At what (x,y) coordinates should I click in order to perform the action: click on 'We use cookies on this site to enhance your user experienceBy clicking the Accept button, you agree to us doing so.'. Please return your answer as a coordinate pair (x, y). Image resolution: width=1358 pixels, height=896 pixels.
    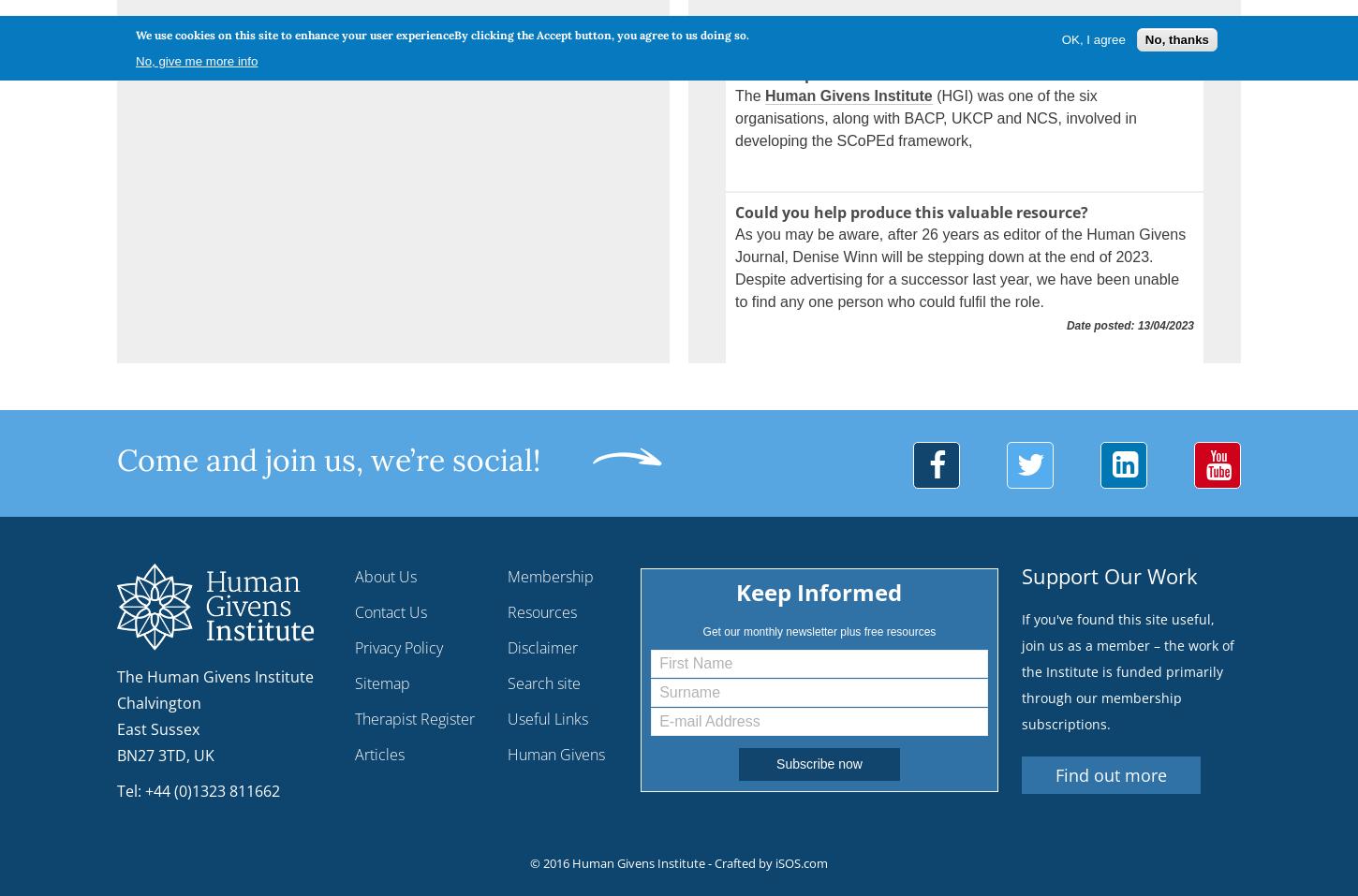
    Looking at the image, I should click on (441, 34).